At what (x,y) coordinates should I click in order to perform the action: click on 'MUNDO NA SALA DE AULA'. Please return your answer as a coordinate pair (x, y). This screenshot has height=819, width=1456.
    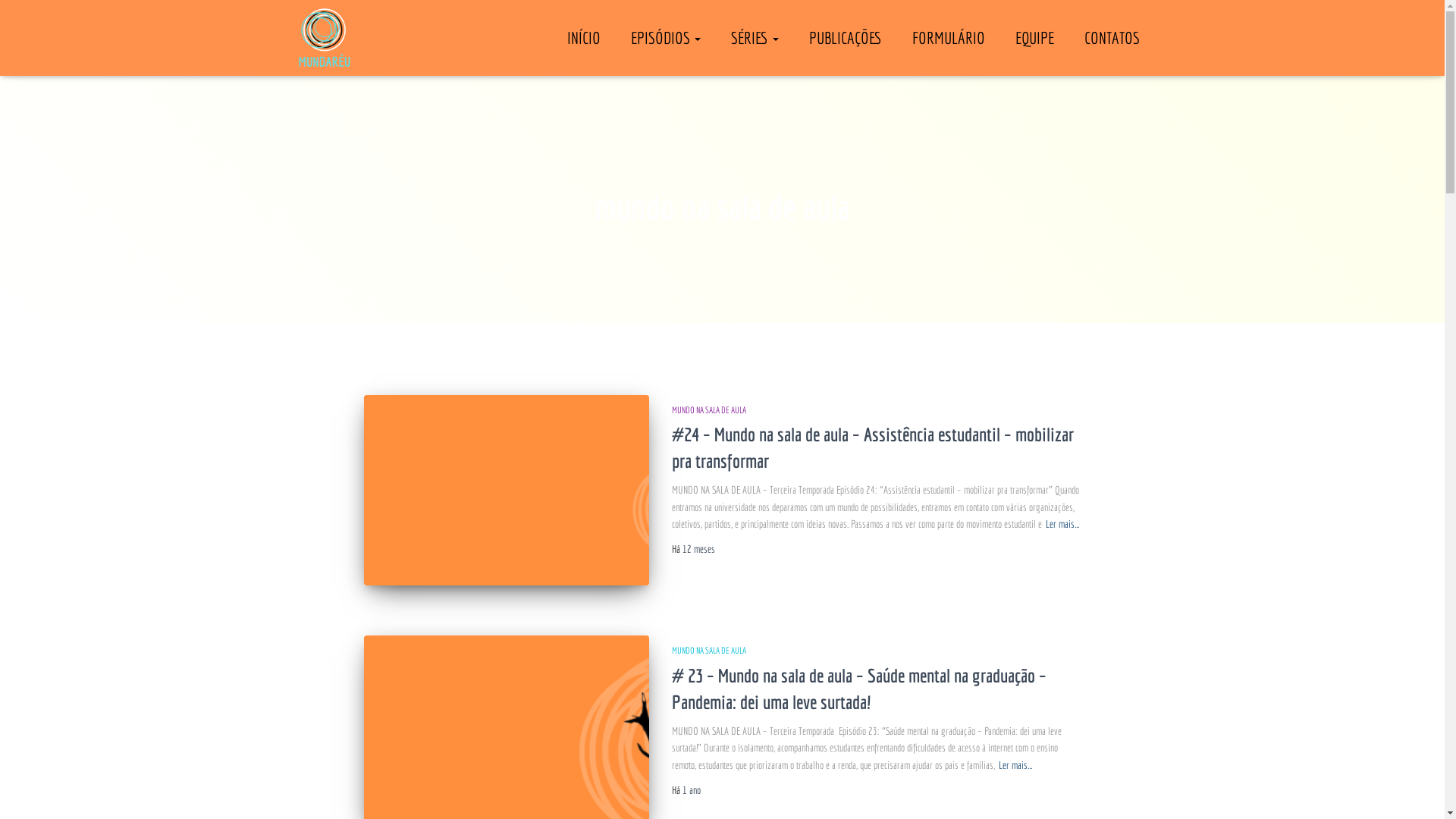
    Looking at the image, I should click on (708, 649).